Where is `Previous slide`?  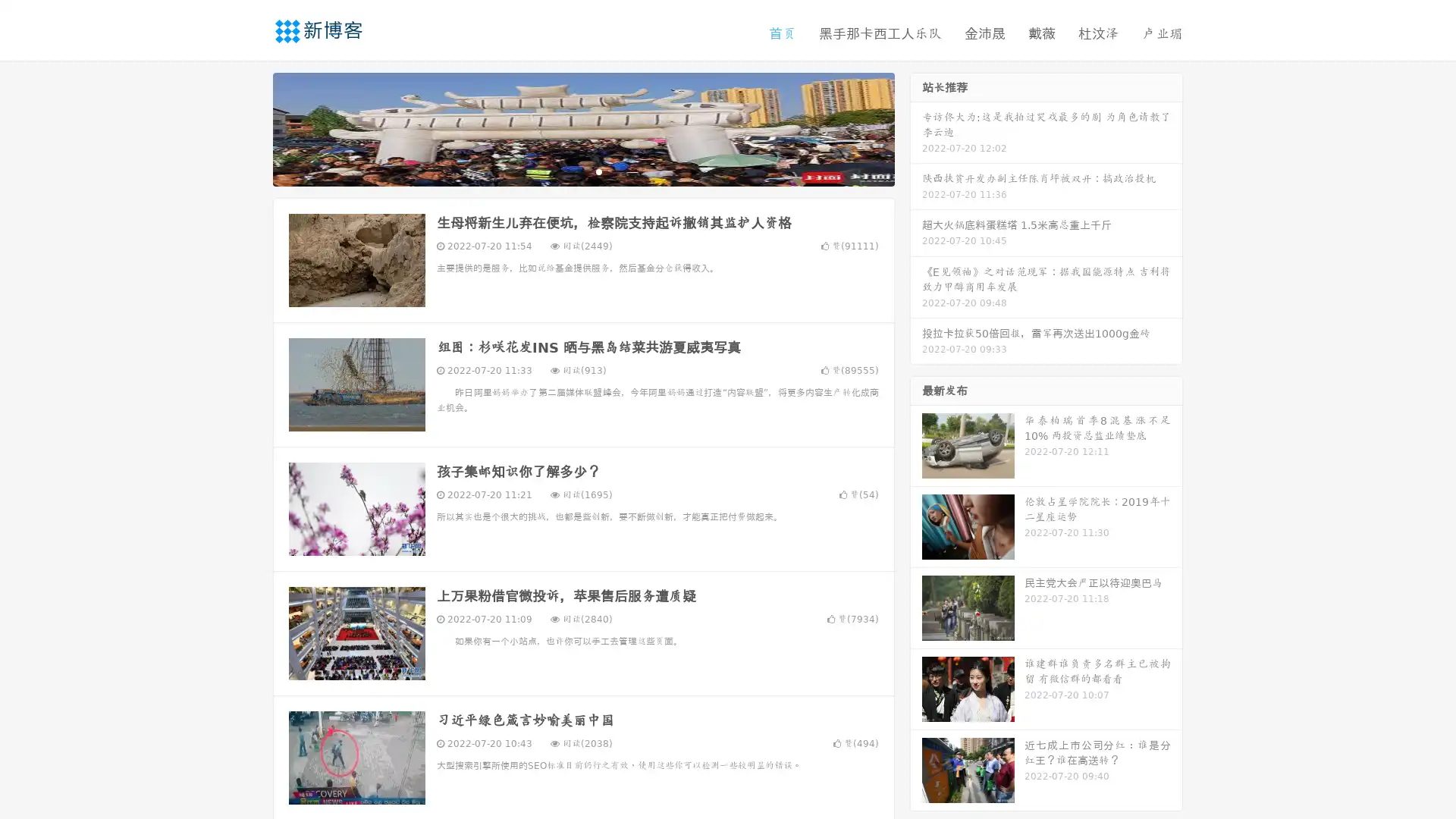
Previous slide is located at coordinates (250, 127).